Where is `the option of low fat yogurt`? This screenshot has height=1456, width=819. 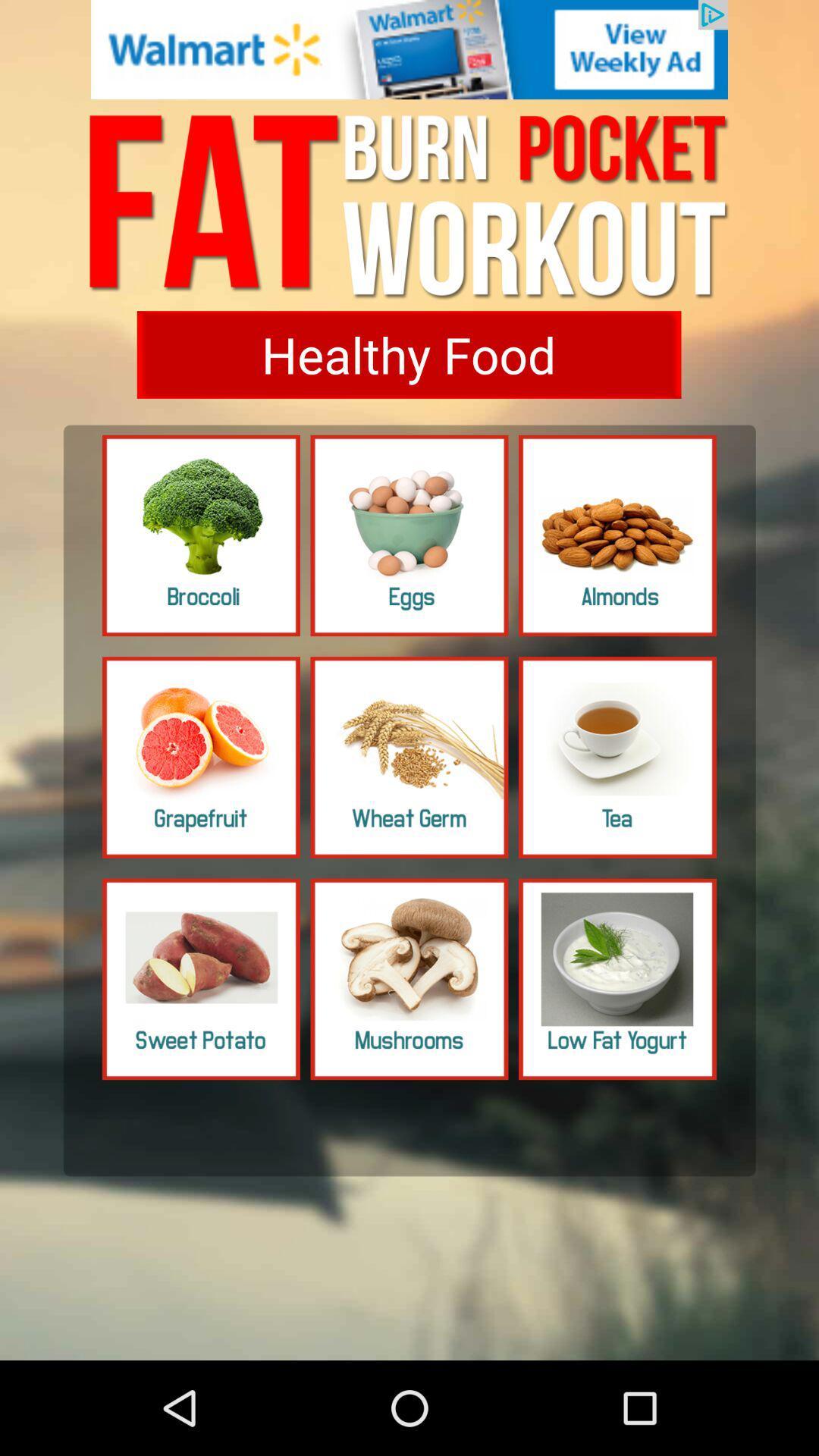 the option of low fat yogurt is located at coordinates (617, 979).